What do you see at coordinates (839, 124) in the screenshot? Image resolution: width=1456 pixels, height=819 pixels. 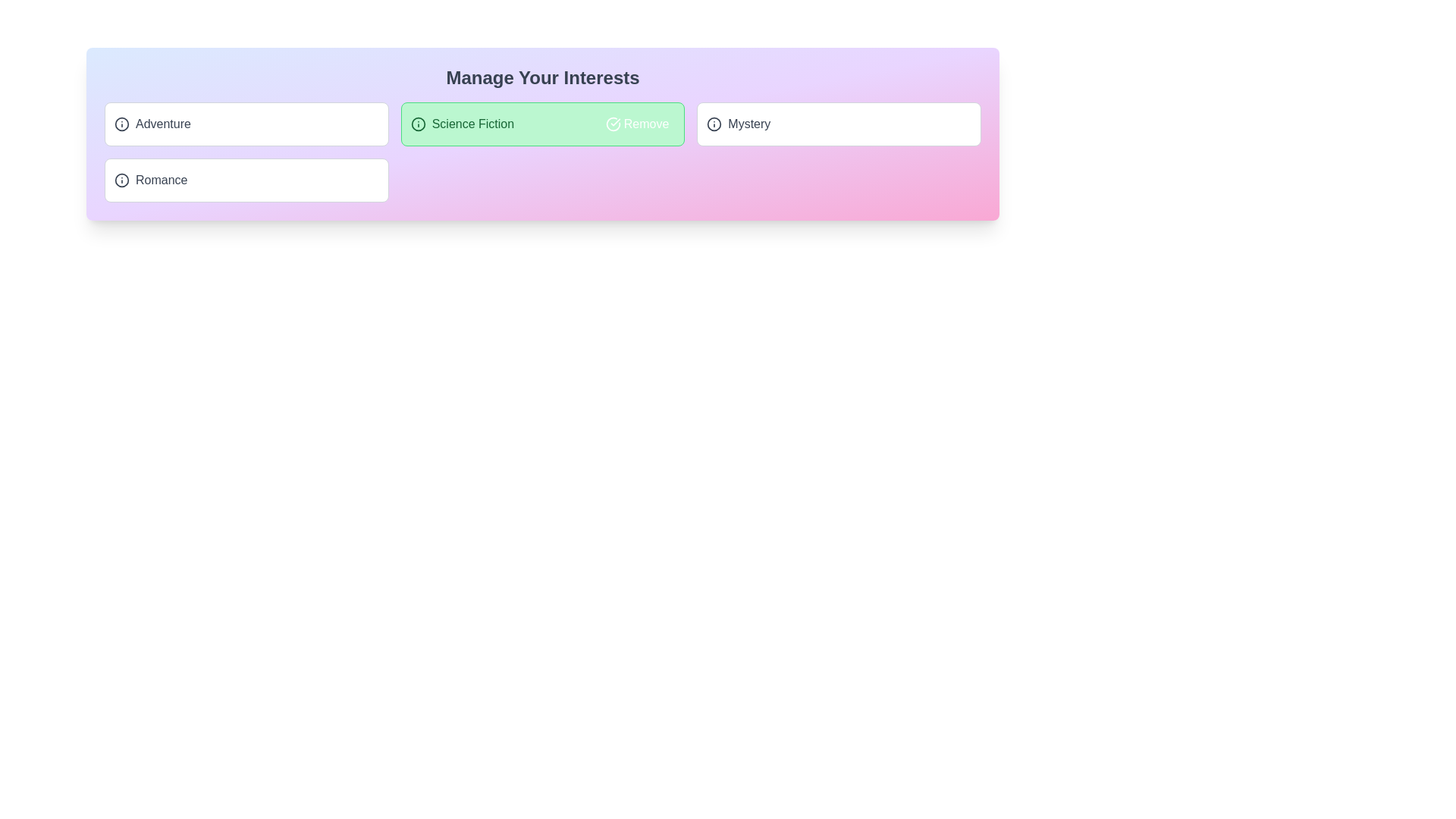 I see `the tag Mystery by clicking on it` at bounding box center [839, 124].